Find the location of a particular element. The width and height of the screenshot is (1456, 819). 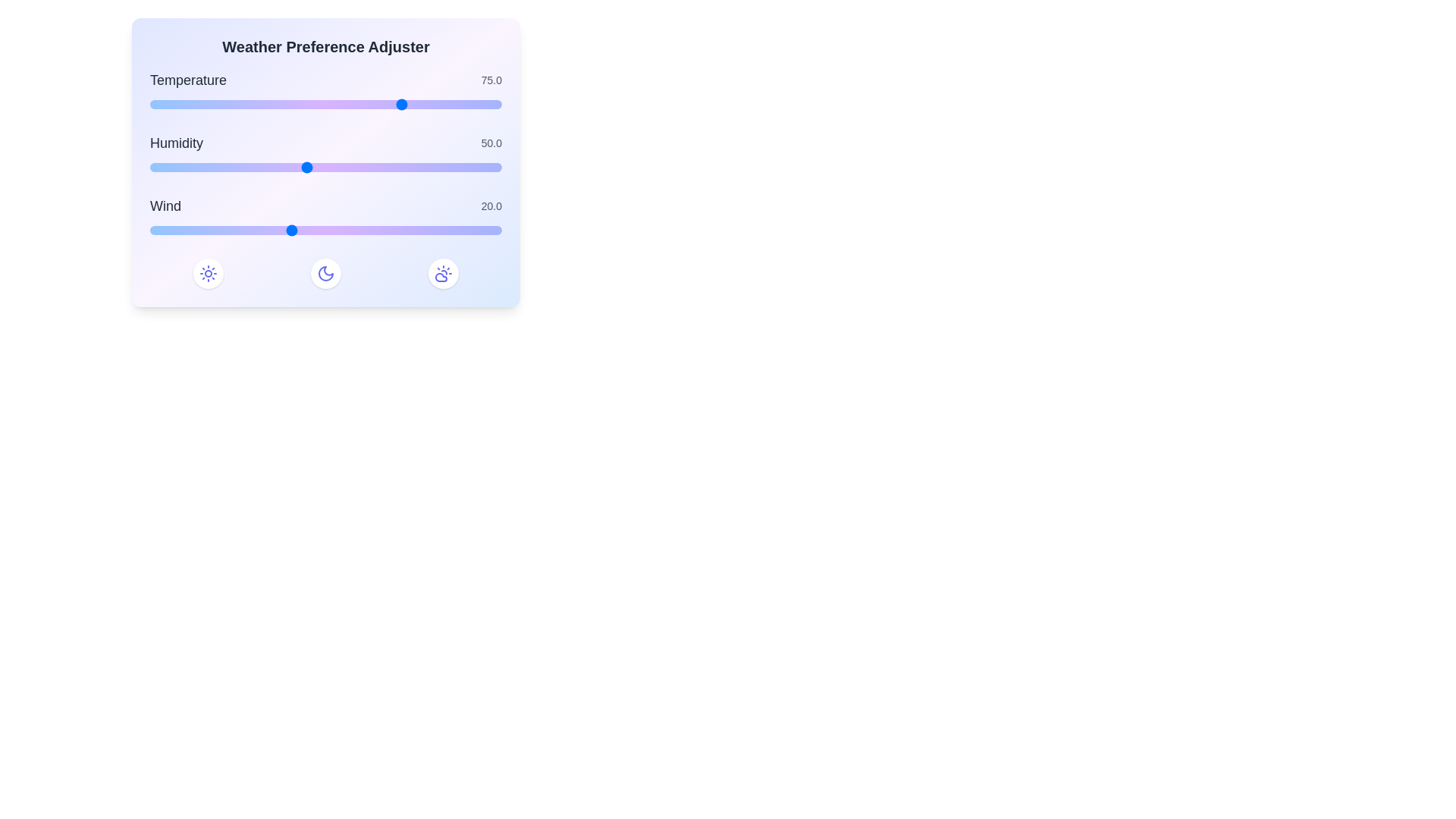

the weather condition icon button, which symbolizes the sun with clouds, located at the bottom-left corner of the 'Weather Preference Adjuster' card is located at coordinates (442, 274).